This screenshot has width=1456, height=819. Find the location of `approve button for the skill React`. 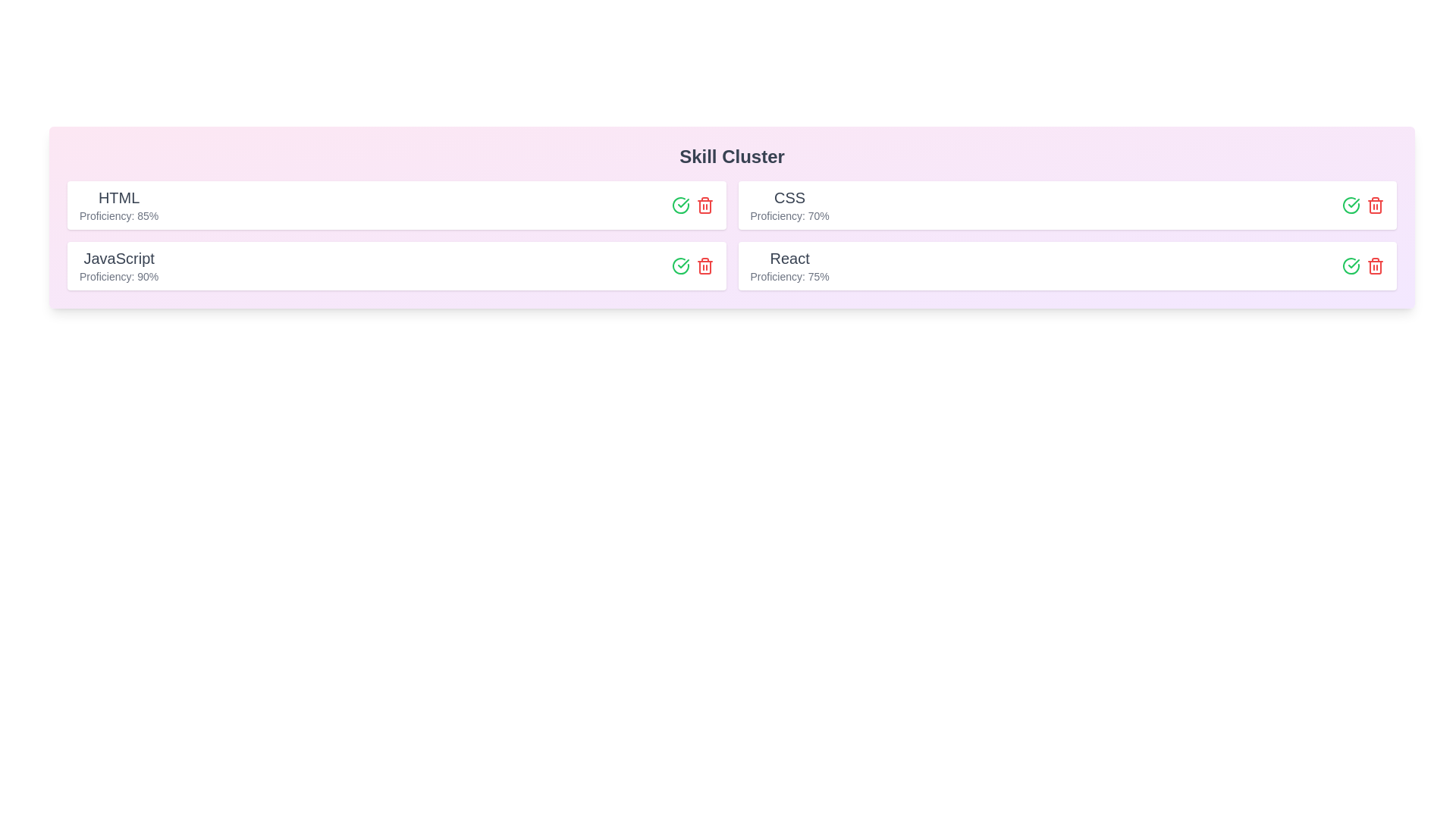

approve button for the skill React is located at coordinates (1351, 265).